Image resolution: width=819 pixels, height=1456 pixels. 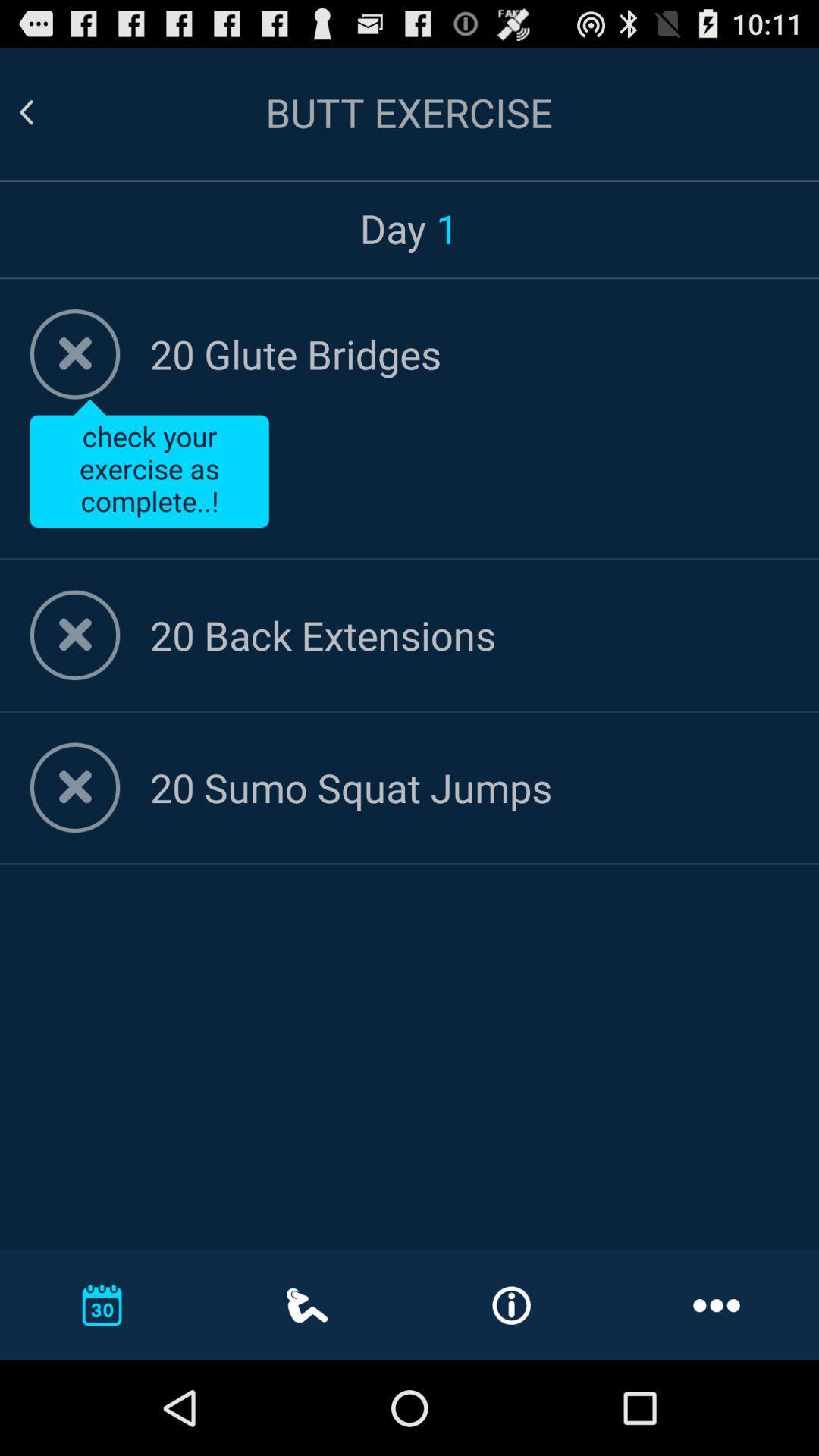 What do you see at coordinates (75, 353) in the screenshot?
I see `mark as complete` at bounding box center [75, 353].